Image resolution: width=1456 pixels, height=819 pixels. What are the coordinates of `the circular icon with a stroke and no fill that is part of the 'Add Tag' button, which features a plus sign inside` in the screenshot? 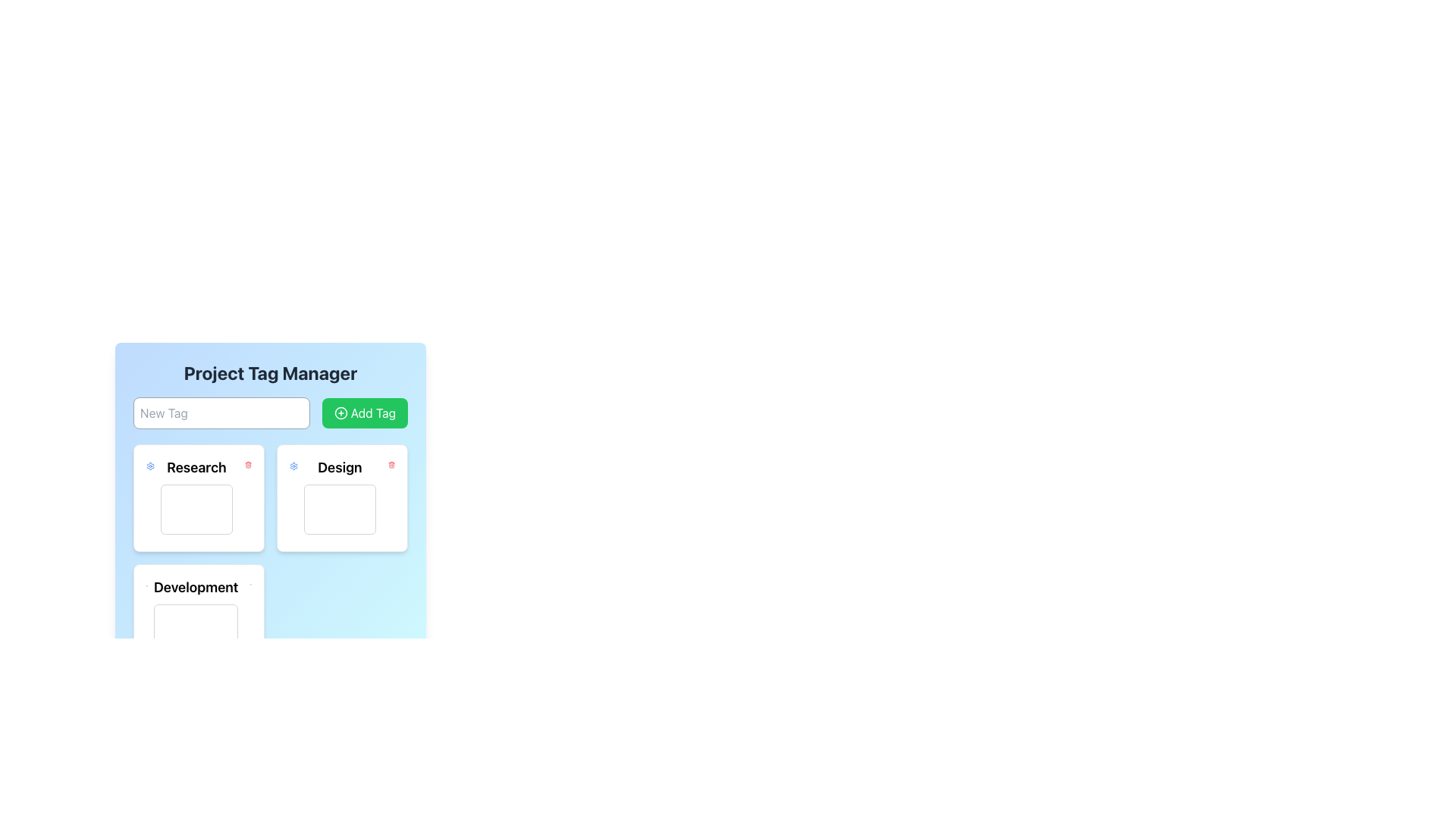 It's located at (340, 413).